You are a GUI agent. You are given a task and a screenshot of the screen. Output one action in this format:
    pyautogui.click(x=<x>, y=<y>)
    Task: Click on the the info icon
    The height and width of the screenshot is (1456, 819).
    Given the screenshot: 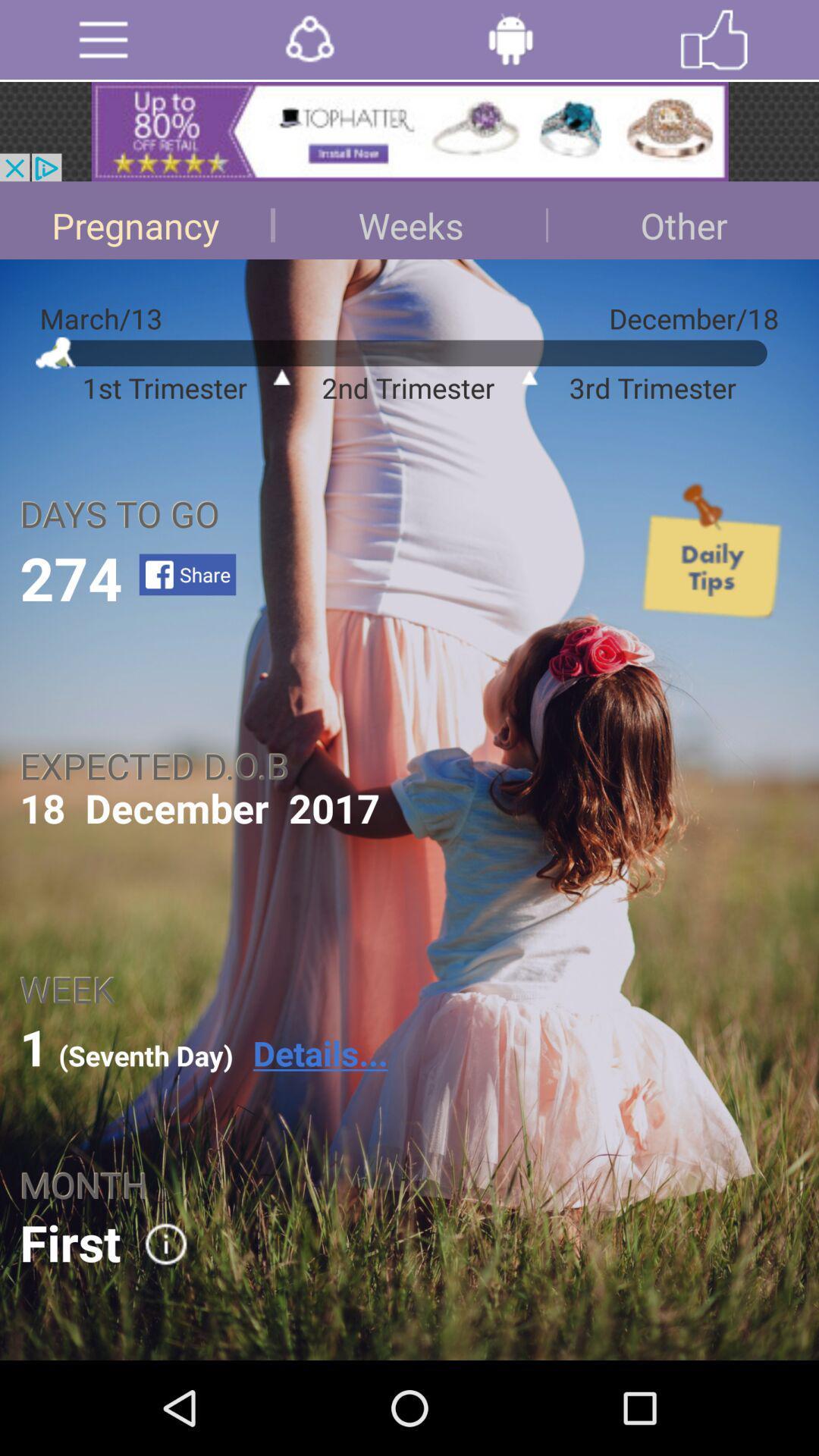 What is the action you would take?
    pyautogui.click(x=155, y=1330)
    